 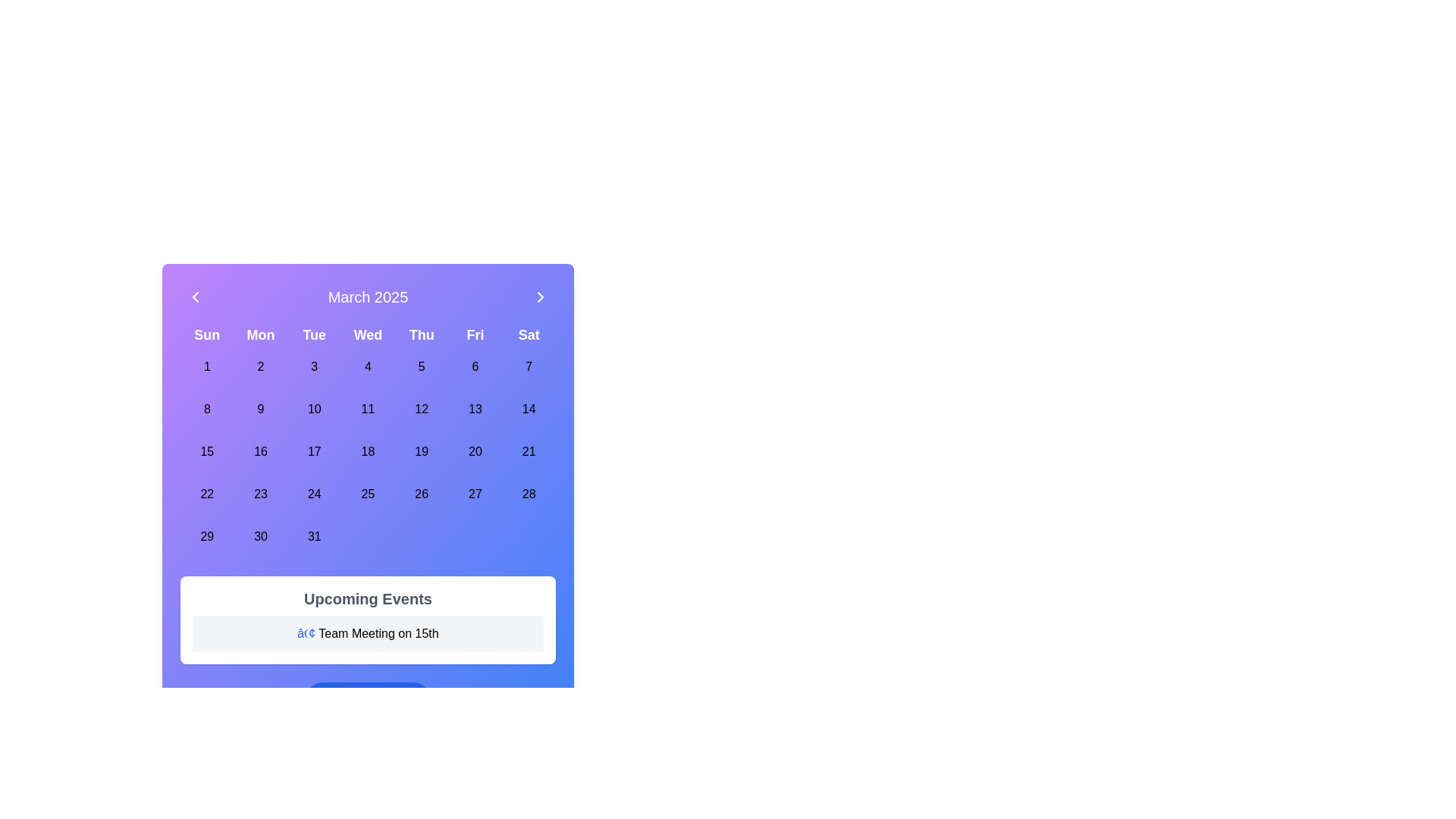 I want to click on the Interactive calendar date button representing the 15th day of the month, so click(x=206, y=451).